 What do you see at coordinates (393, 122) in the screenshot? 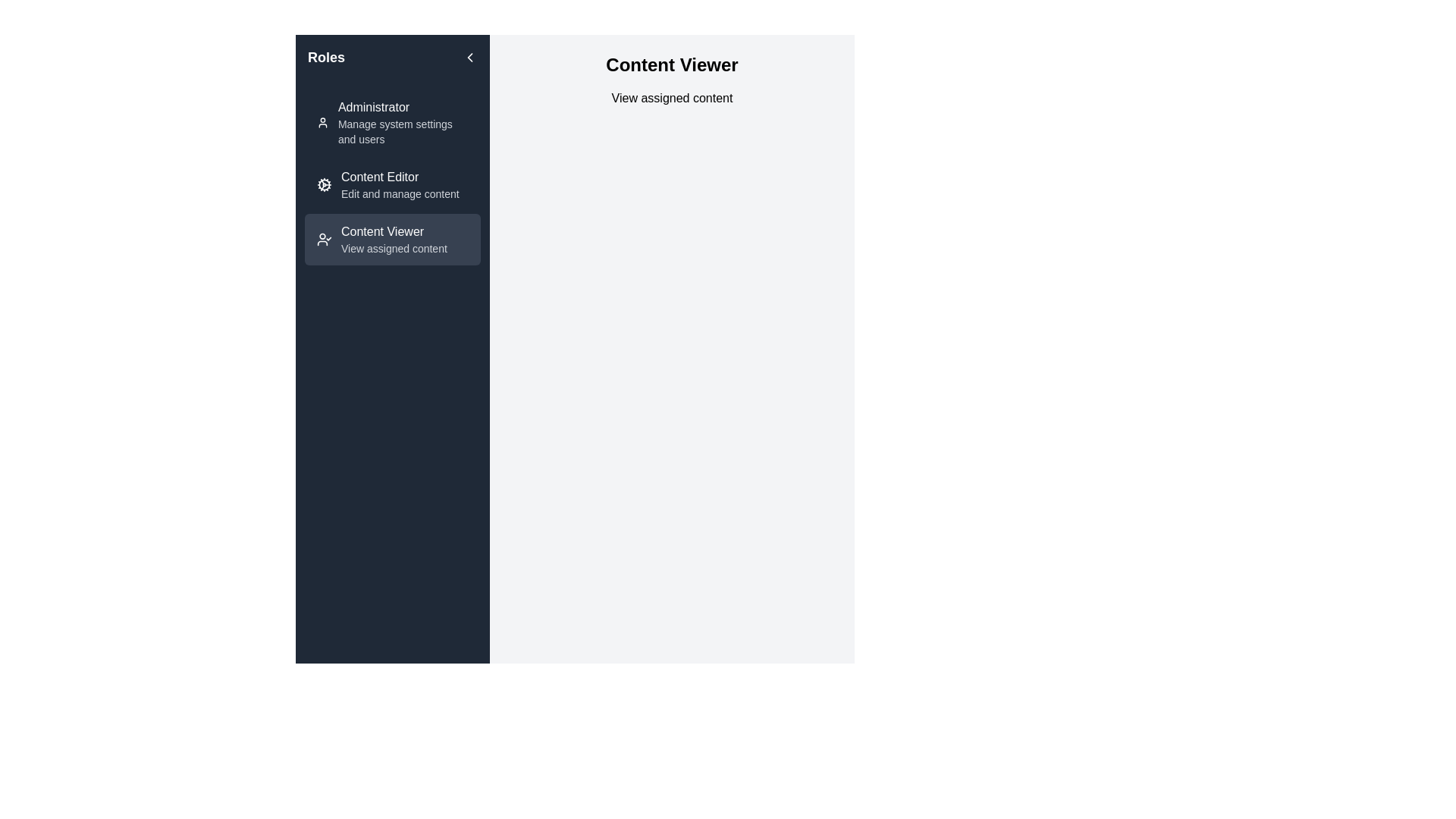
I see `the 'Administrator' navigation menu item, which features a user icon and bold text` at bounding box center [393, 122].